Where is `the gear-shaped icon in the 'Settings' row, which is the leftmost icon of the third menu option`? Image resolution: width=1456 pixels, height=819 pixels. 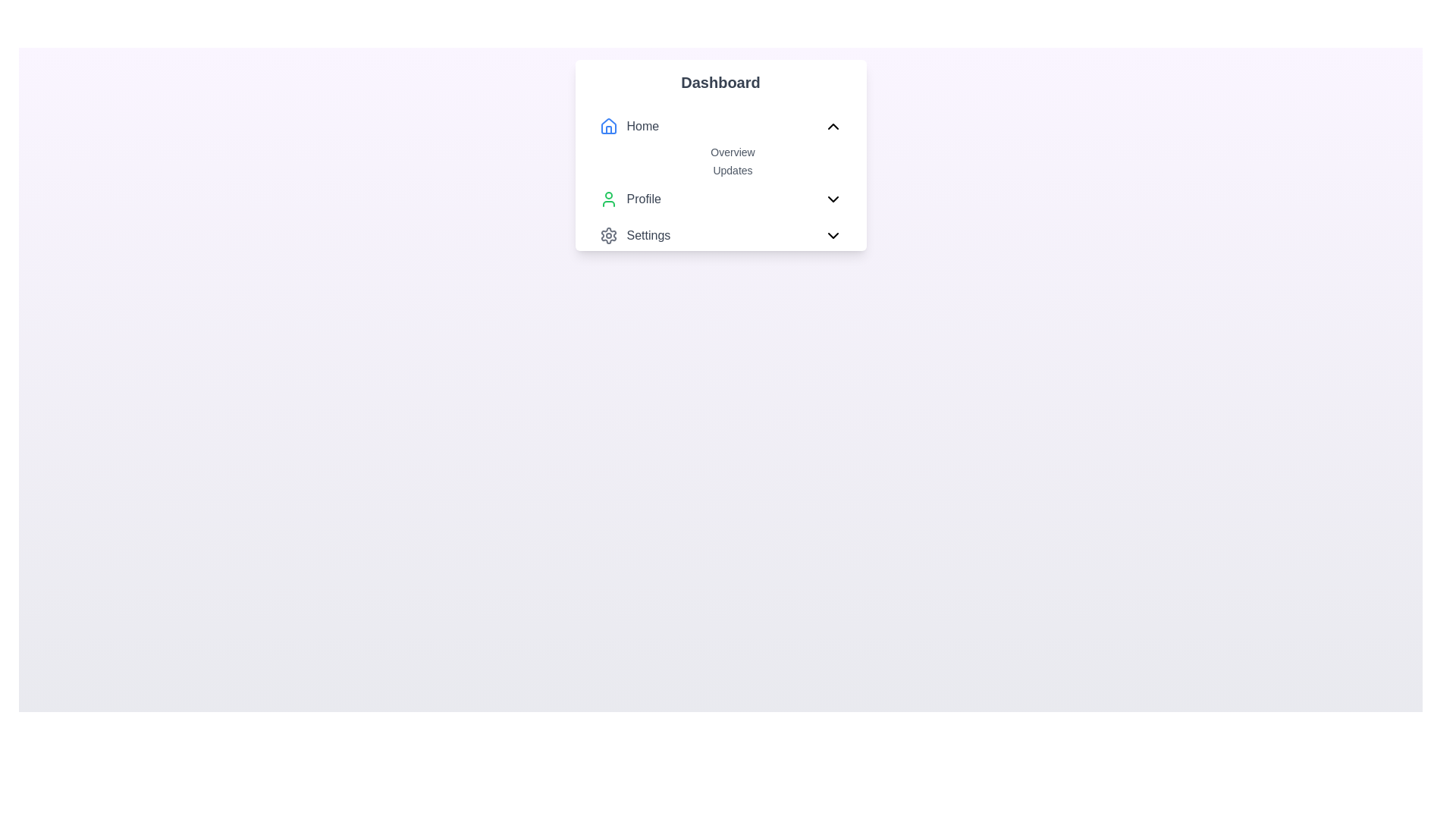 the gear-shaped icon in the 'Settings' row, which is the leftmost icon of the third menu option is located at coordinates (608, 236).